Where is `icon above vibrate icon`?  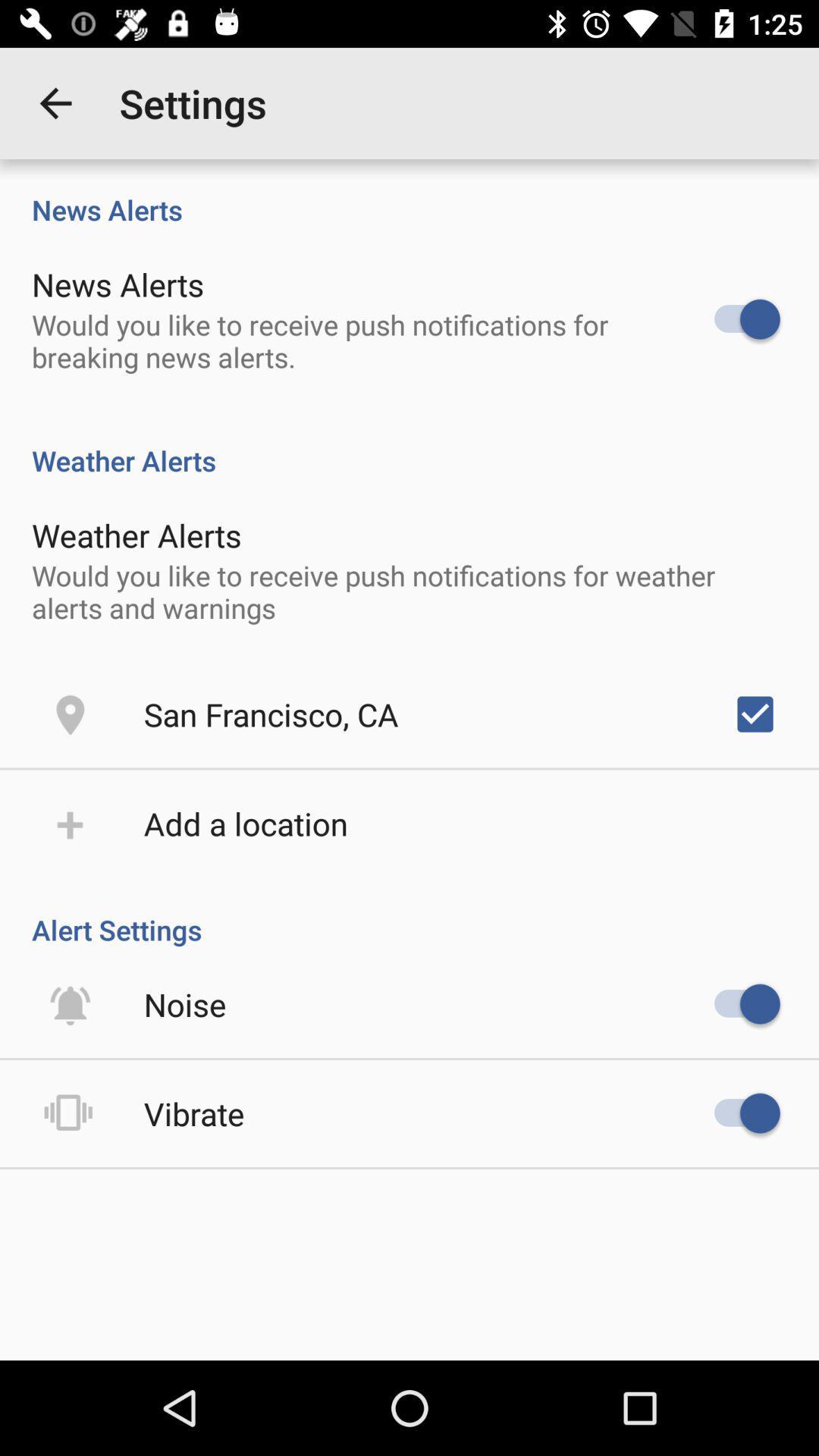
icon above vibrate icon is located at coordinates (184, 1004).